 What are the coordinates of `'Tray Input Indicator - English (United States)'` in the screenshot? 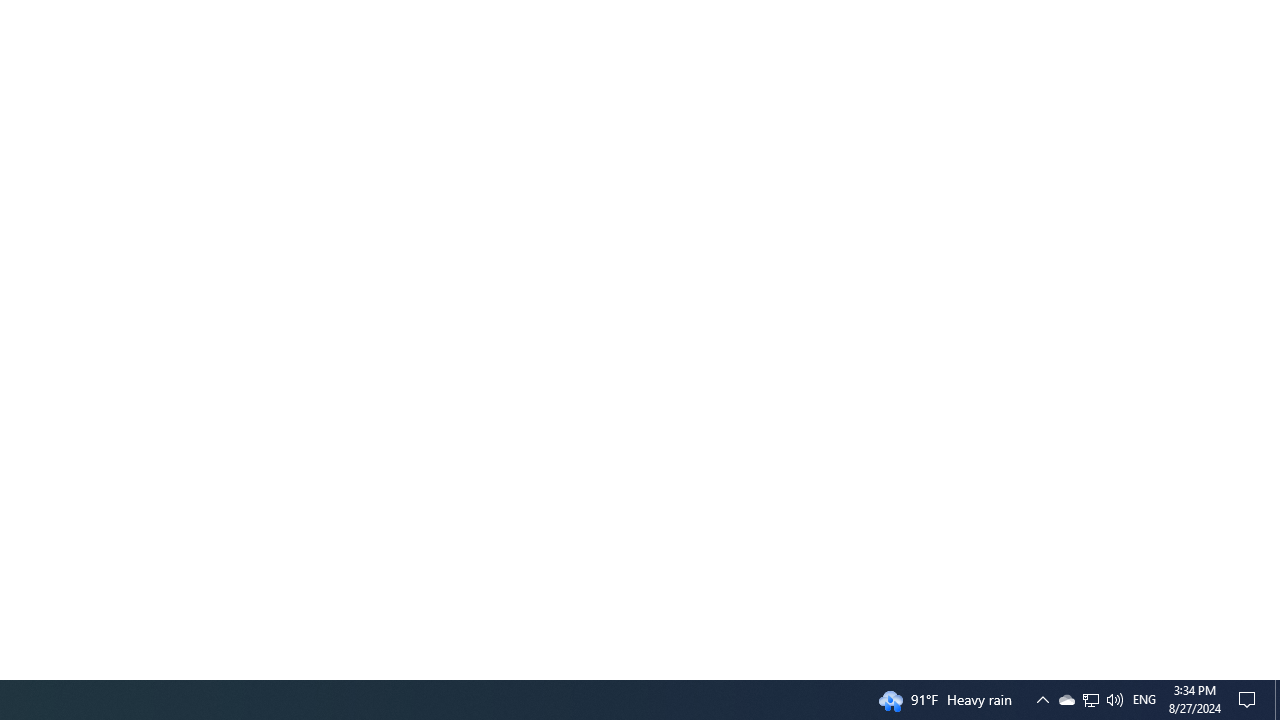 It's located at (1090, 698).